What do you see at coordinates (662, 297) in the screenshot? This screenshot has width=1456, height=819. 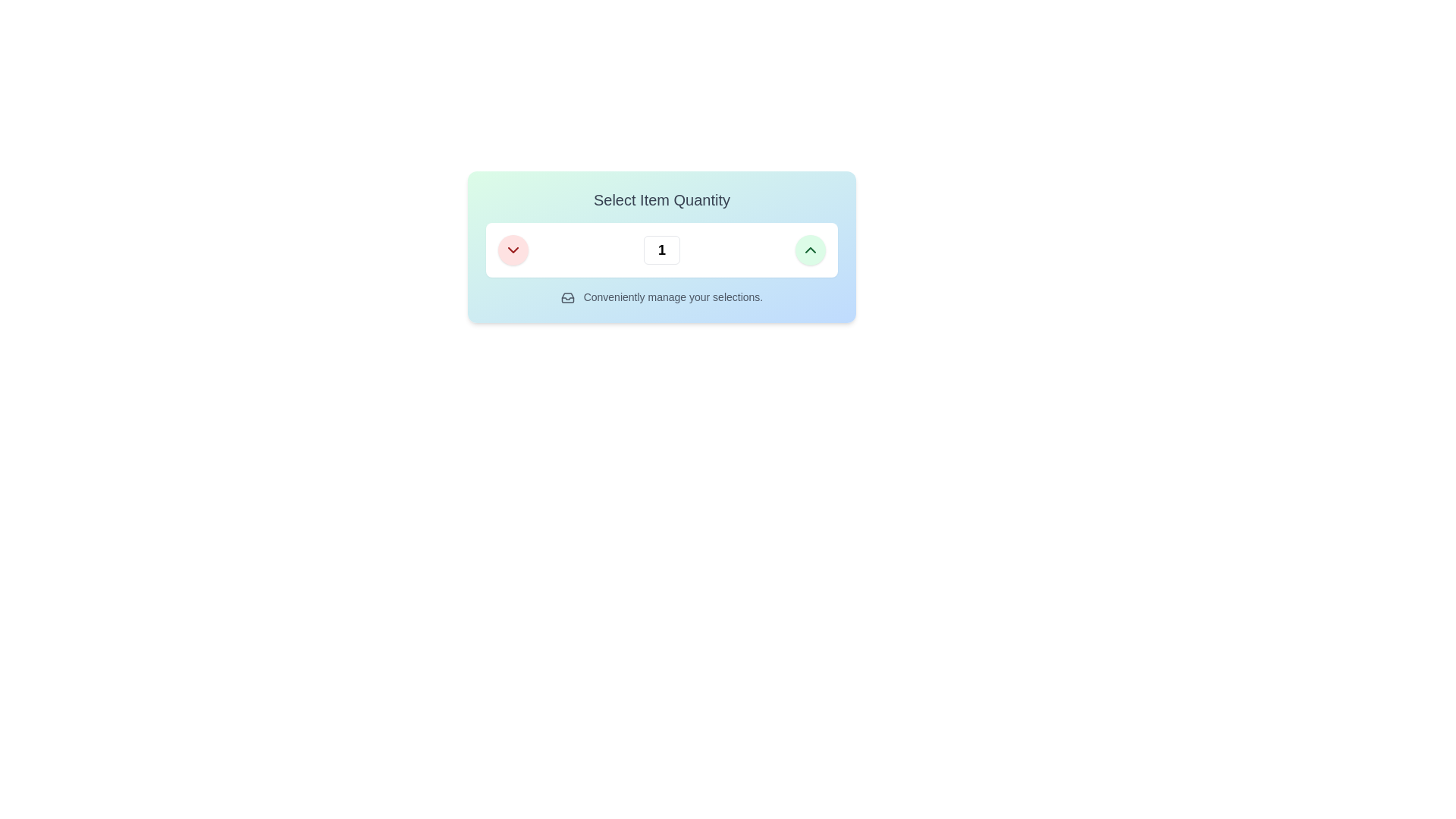 I see `the static text element that provides guiding information, located centrally below the quantity selector with a blue to green gradient background` at bounding box center [662, 297].